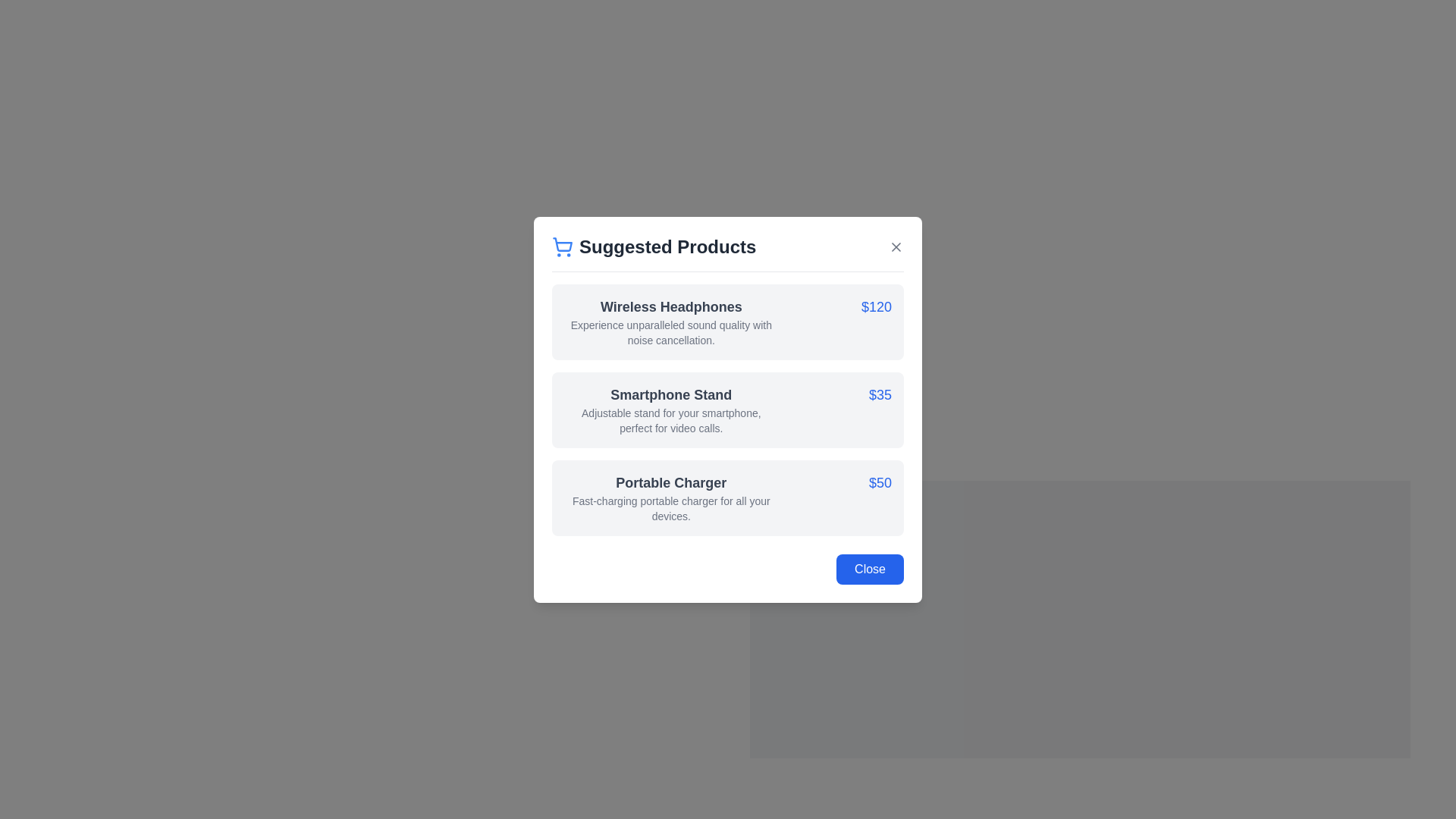  What do you see at coordinates (728, 409) in the screenshot?
I see `product information displayed on the second item of the 'Suggested Products' modal, which shows details for a smartphone stand` at bounding box center [728, 409].